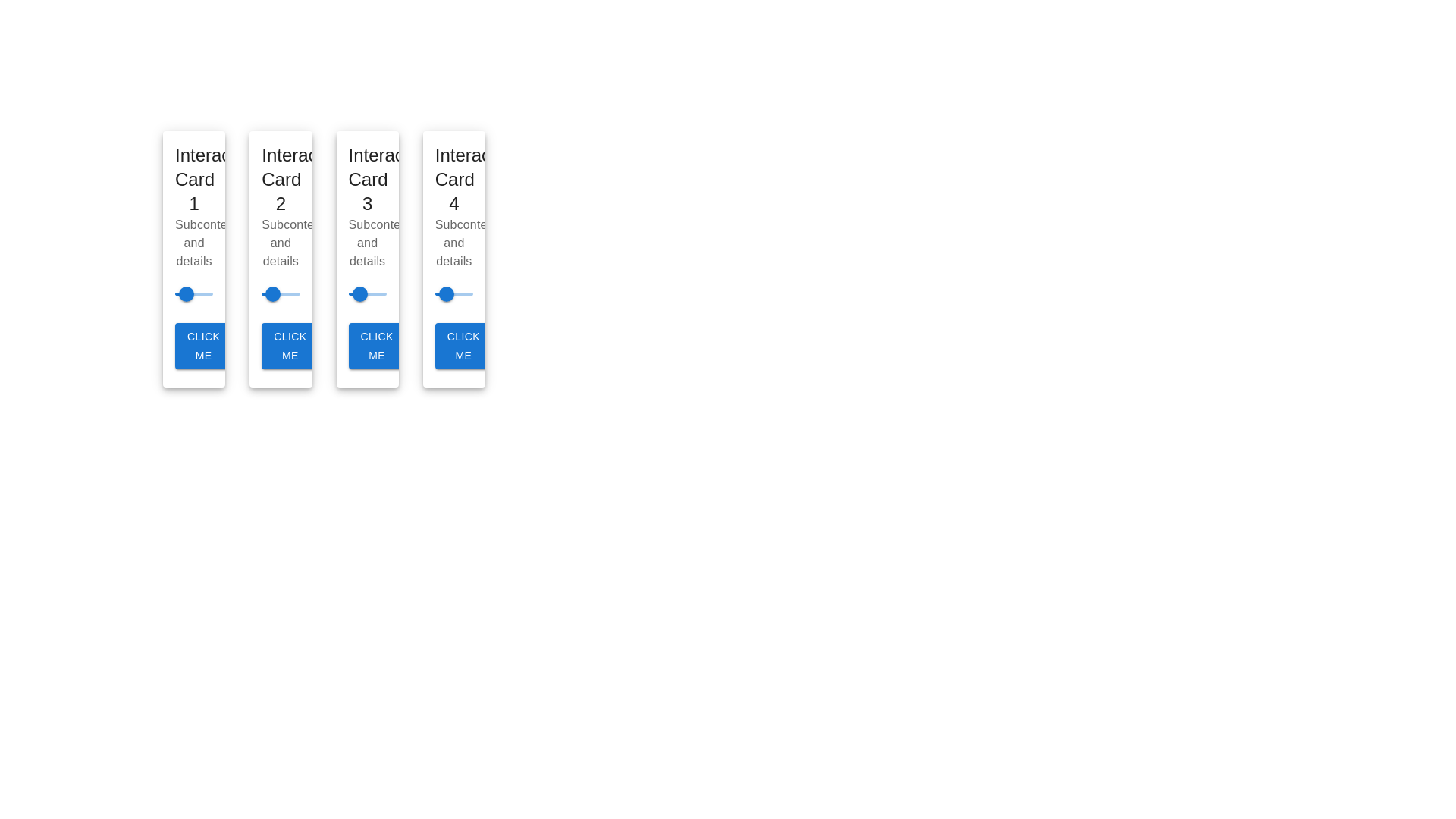  I want to click on the button labeled 'Click Me', which is a bold blue button with rounded corners located at the bottom of 'Interactive Card 2', so click(290, 346).